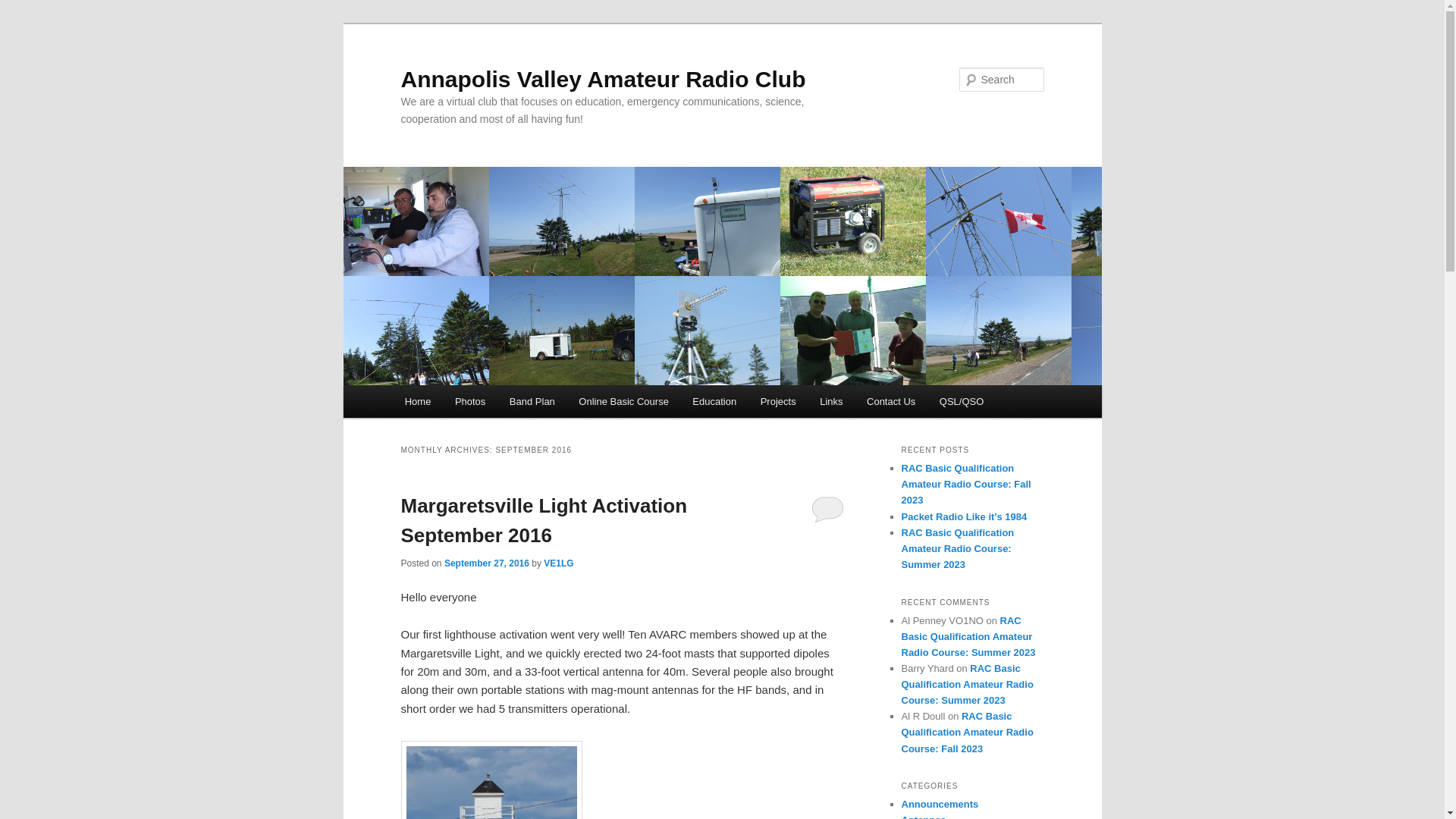  I want to click on 'Links', so click(830, 400).